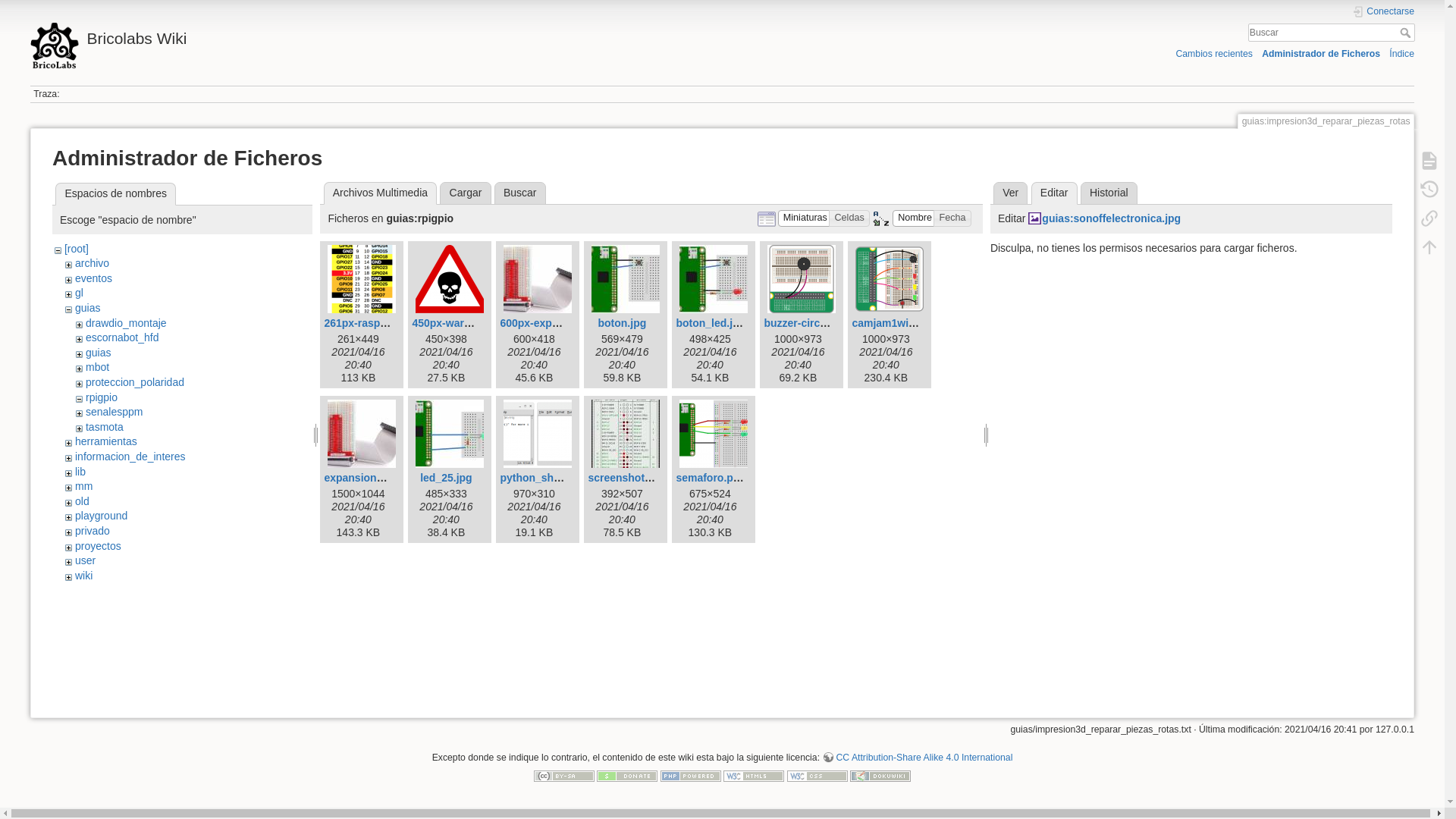 The image size is (1456, 819). I want to click on 'lib', so click(74, 470).